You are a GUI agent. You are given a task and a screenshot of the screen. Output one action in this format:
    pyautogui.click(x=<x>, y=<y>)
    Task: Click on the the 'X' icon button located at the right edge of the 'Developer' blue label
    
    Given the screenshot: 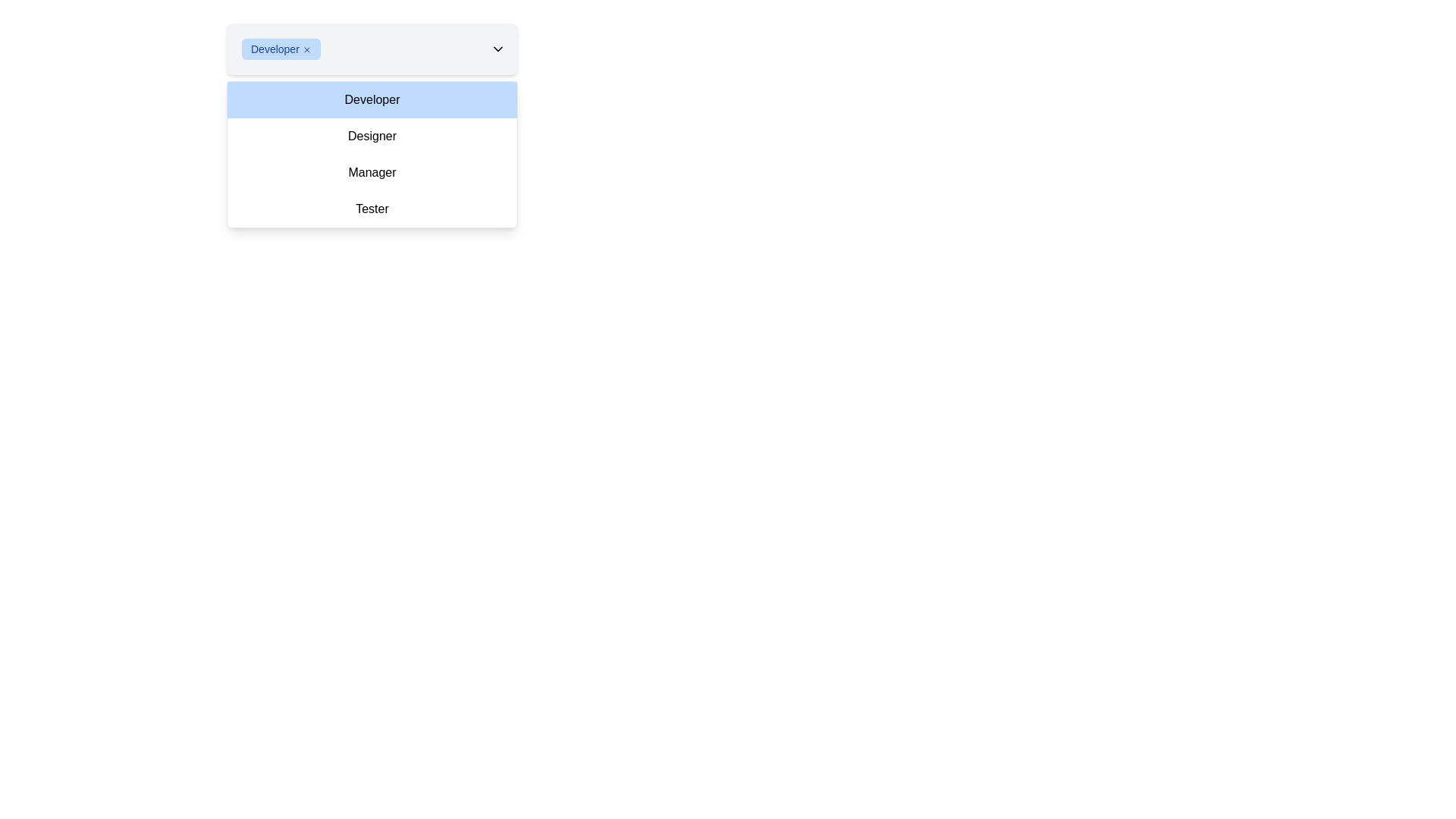 What is the action you would take?
    pyautogui.click(x=306, y=49)
    